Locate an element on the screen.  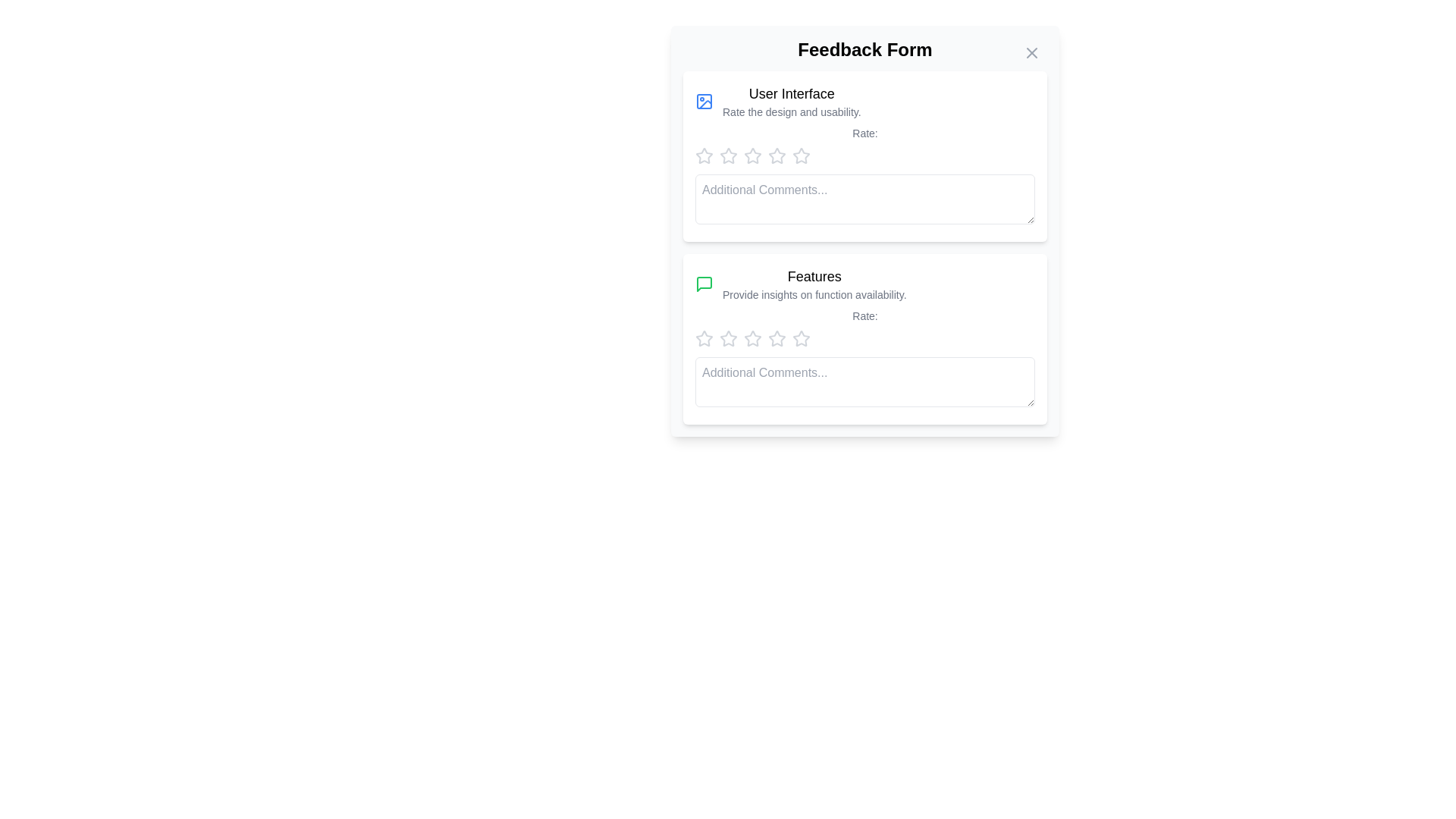
the icon representing commentary or features located in the 'Features' section of the feedback form, positioned to the left of the 'Features' header is located at coordinates (704, 284).